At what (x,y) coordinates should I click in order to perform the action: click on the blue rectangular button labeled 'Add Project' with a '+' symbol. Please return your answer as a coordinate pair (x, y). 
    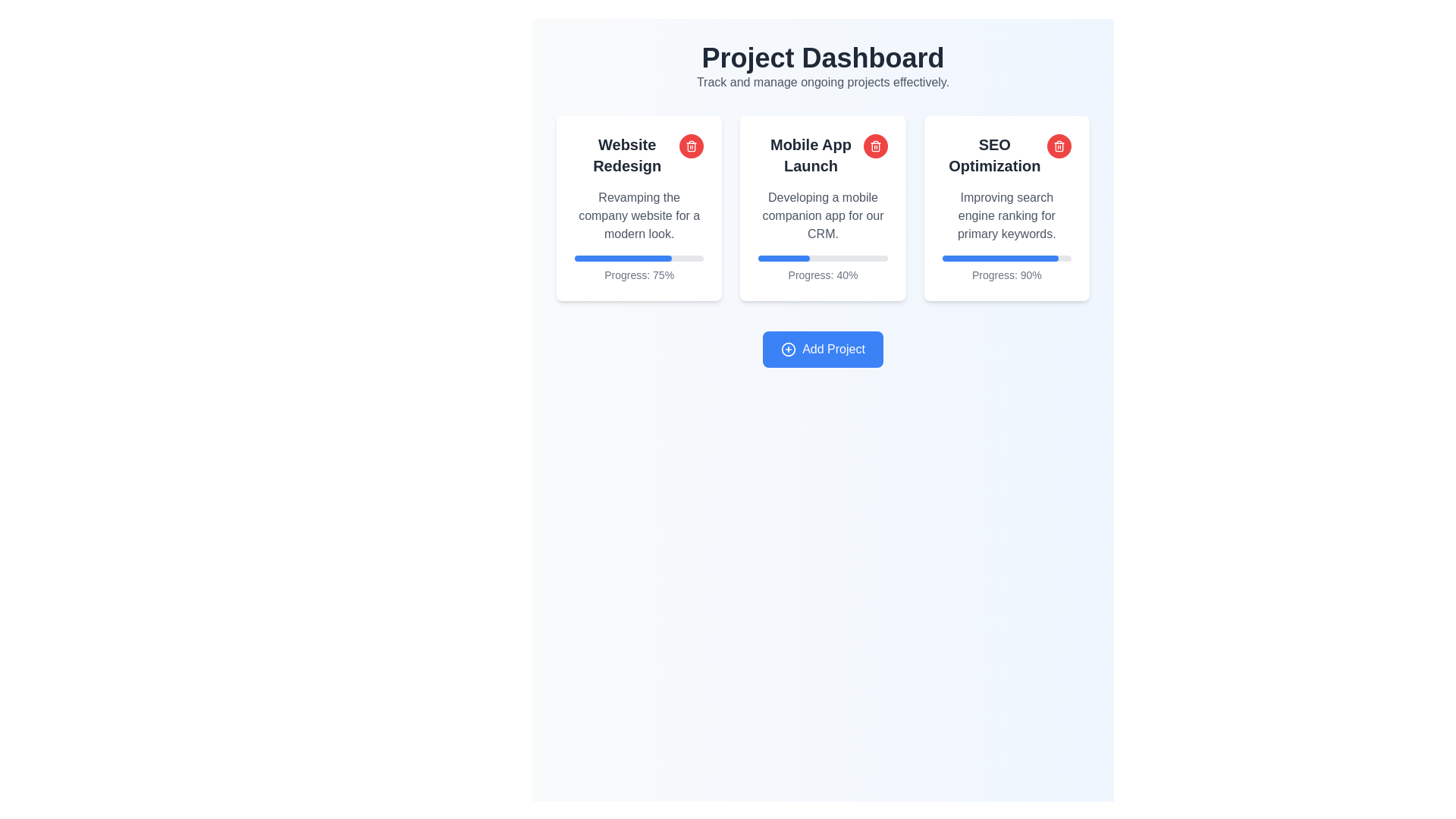
    Looking at the image, I should click on (822, 350).